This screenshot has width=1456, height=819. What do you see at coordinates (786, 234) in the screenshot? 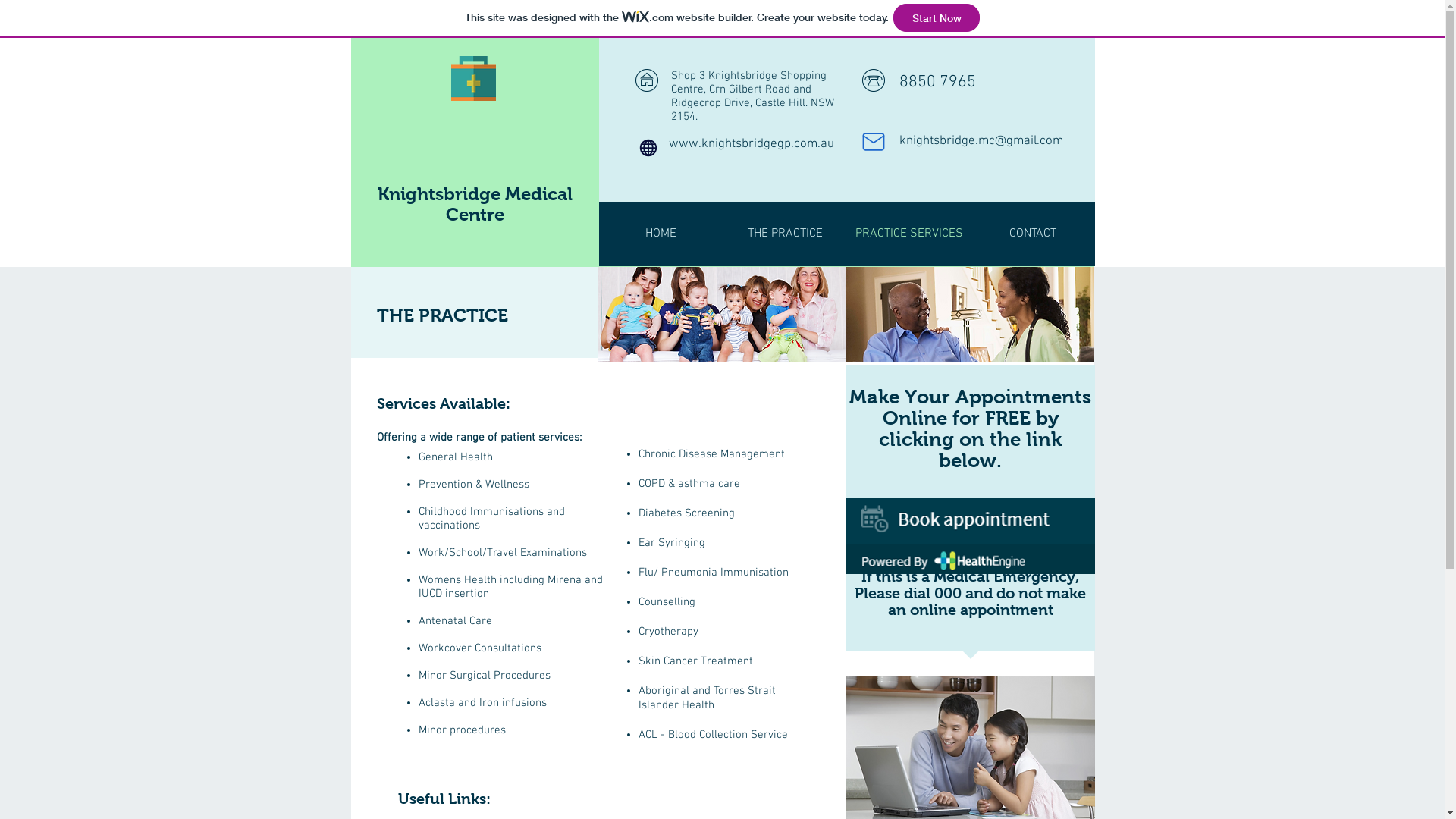
I see `'THE PRACTICE'` at bounding box center [786, 234].